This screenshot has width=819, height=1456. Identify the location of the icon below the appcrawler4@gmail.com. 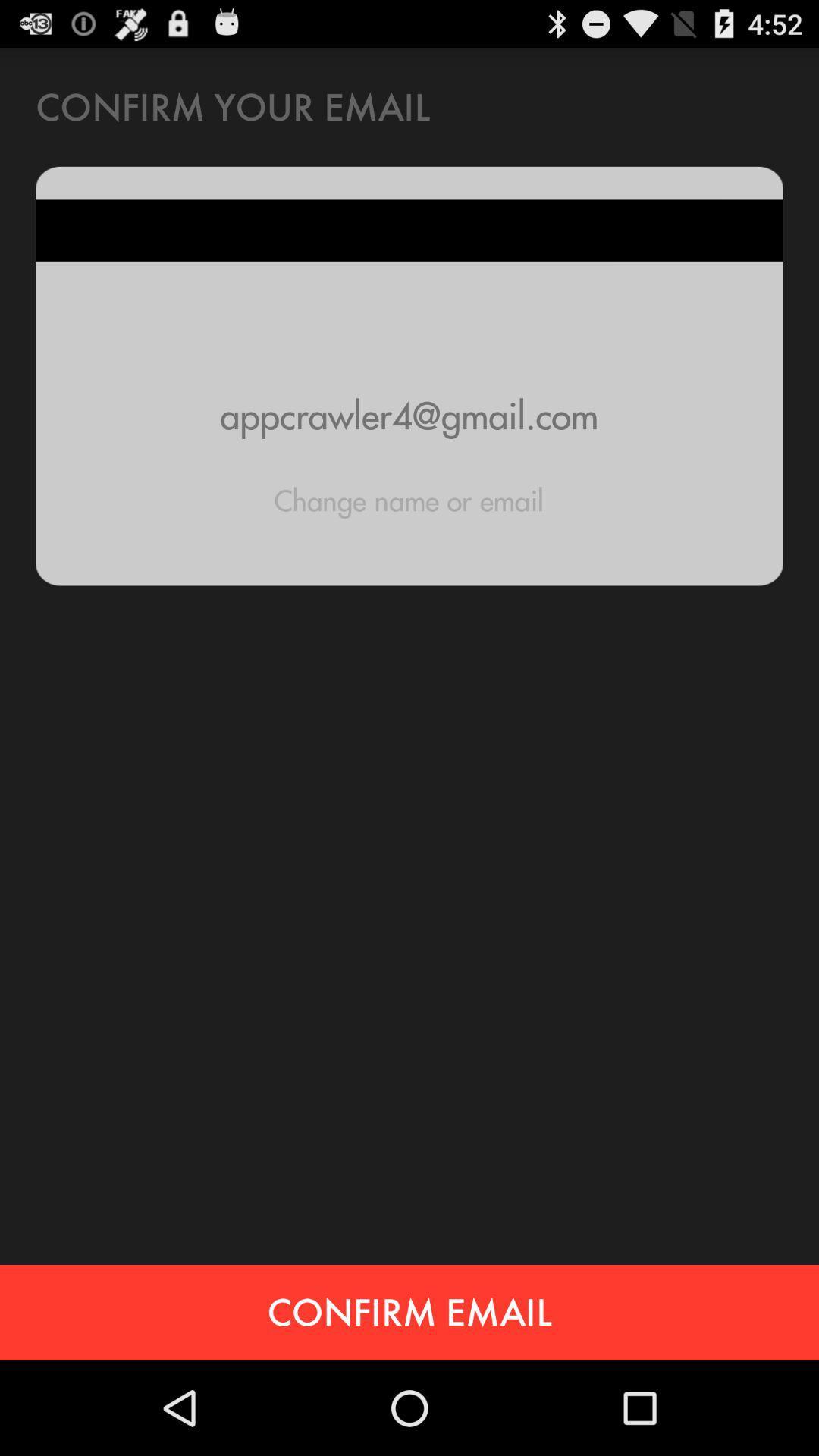
(408, 500).